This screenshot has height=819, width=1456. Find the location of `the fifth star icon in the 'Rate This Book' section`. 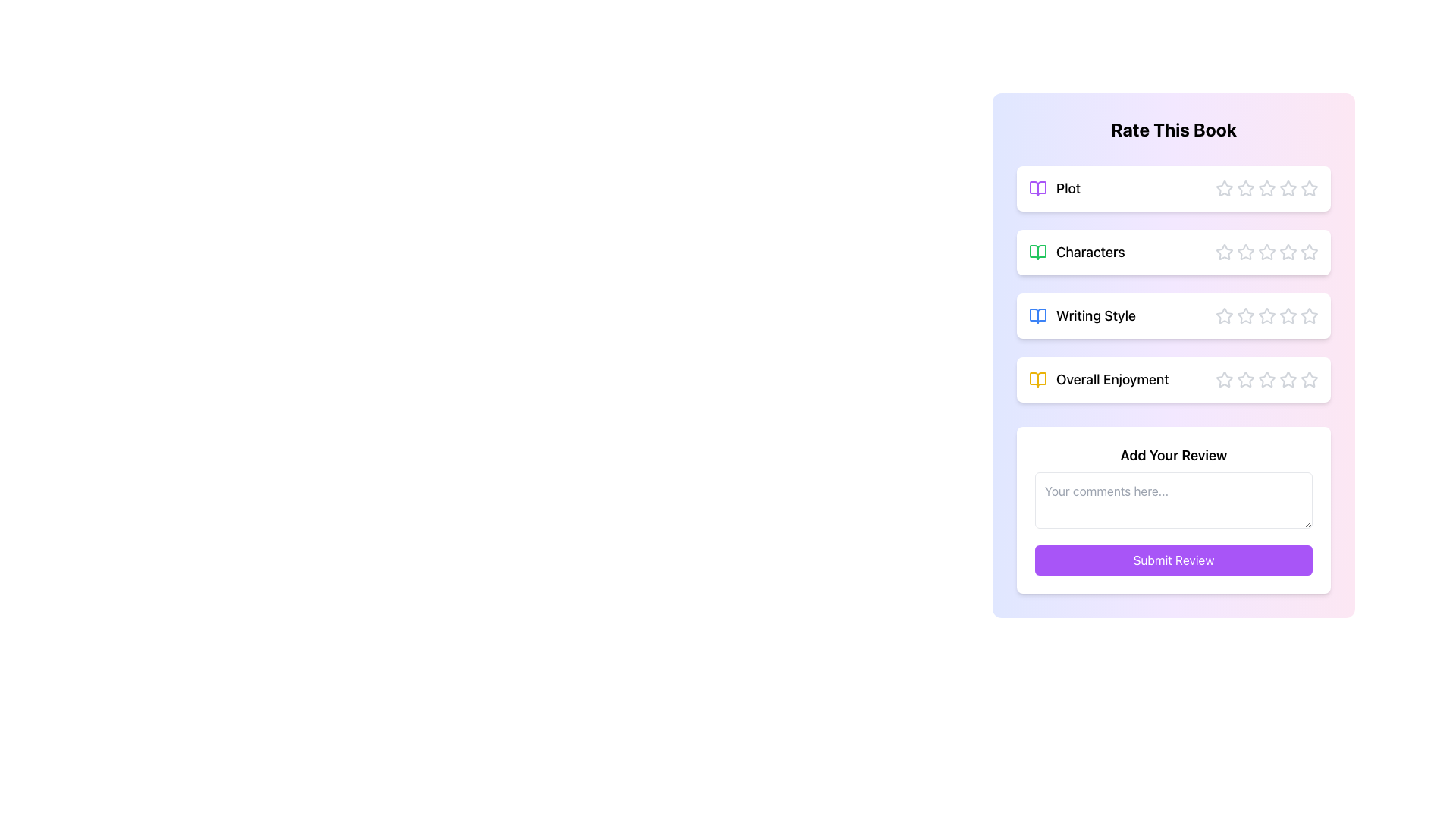

the fifth star icon in the 'Rate This Book' section is located at coordinates (1309, 251).